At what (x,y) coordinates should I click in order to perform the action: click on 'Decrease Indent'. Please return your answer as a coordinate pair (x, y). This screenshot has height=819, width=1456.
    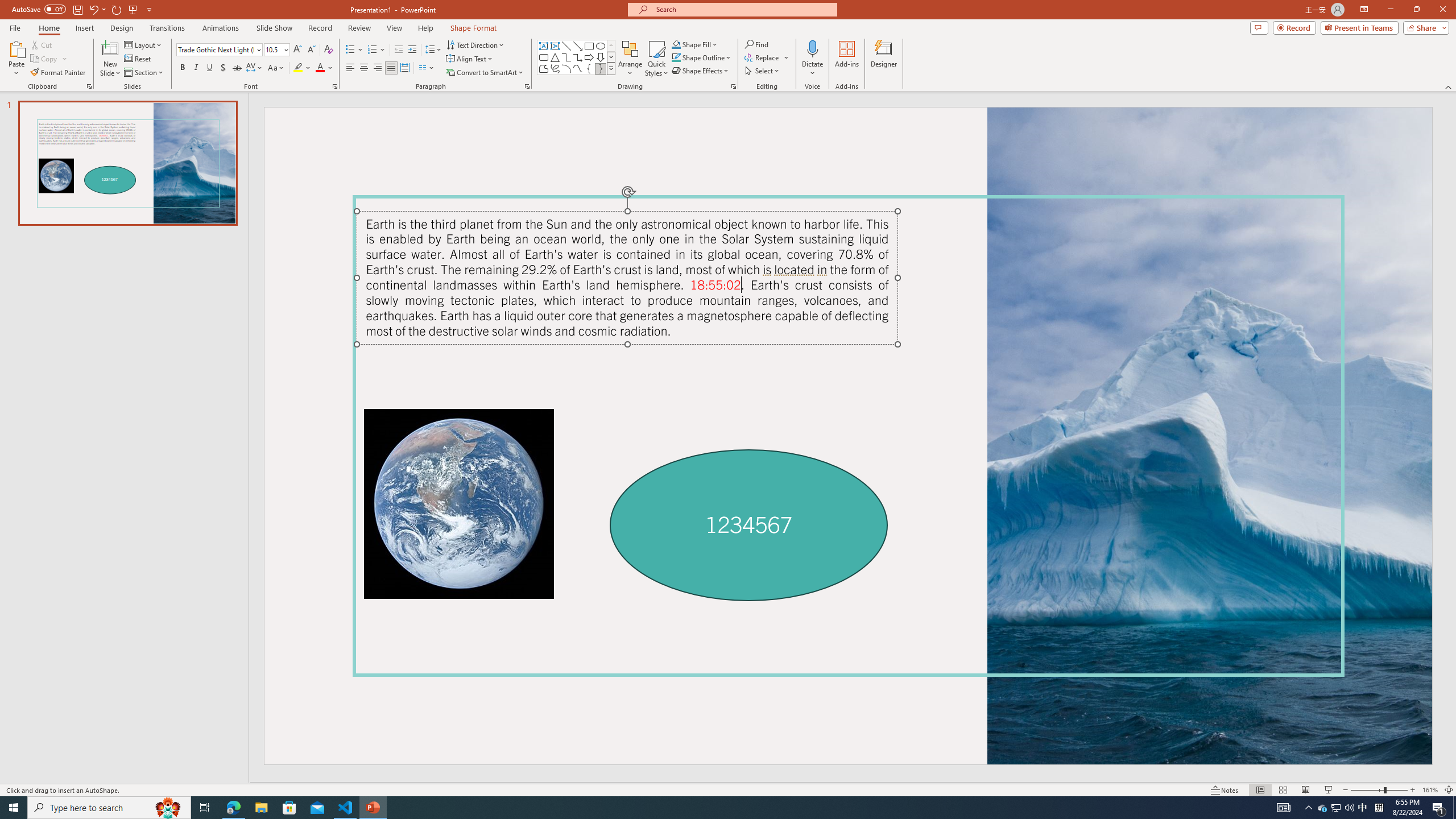
    Looking at the image, I should click on (399, 49).